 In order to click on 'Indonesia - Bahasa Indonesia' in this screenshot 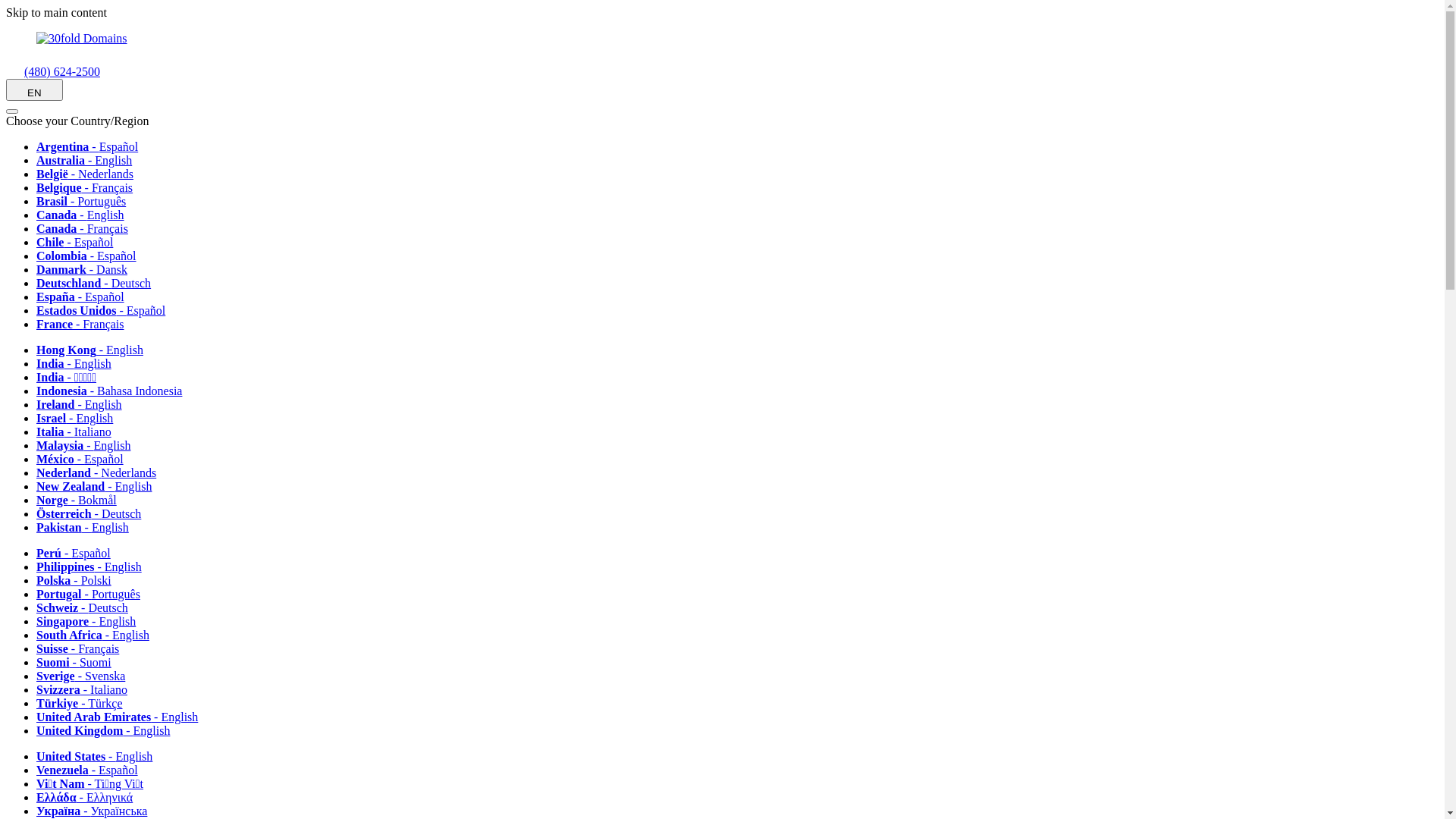, I will do `click(36, 390)`.